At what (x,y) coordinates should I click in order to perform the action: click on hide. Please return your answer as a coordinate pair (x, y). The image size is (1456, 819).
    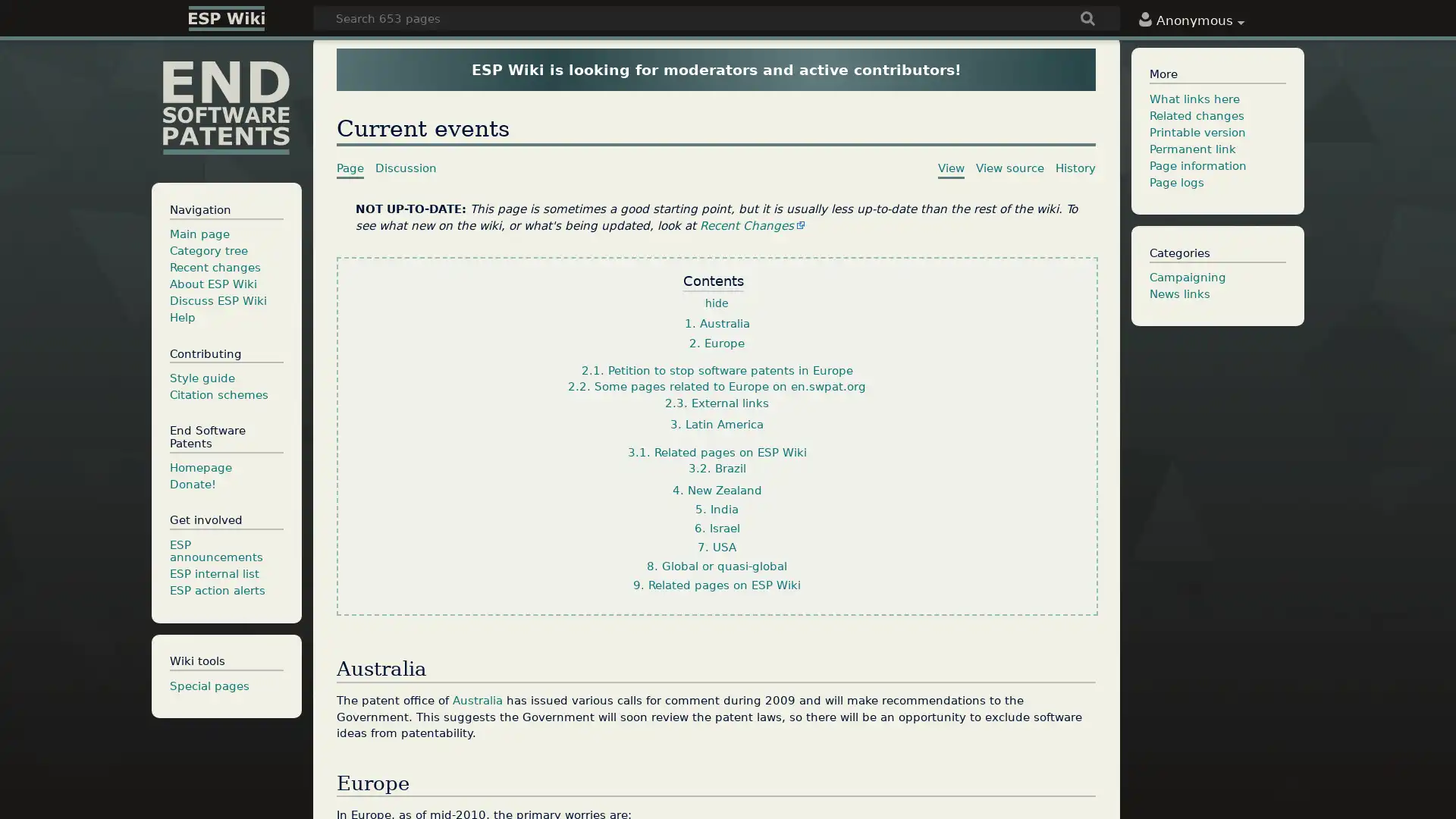
    Looking at the image, I should click on (716, 304).